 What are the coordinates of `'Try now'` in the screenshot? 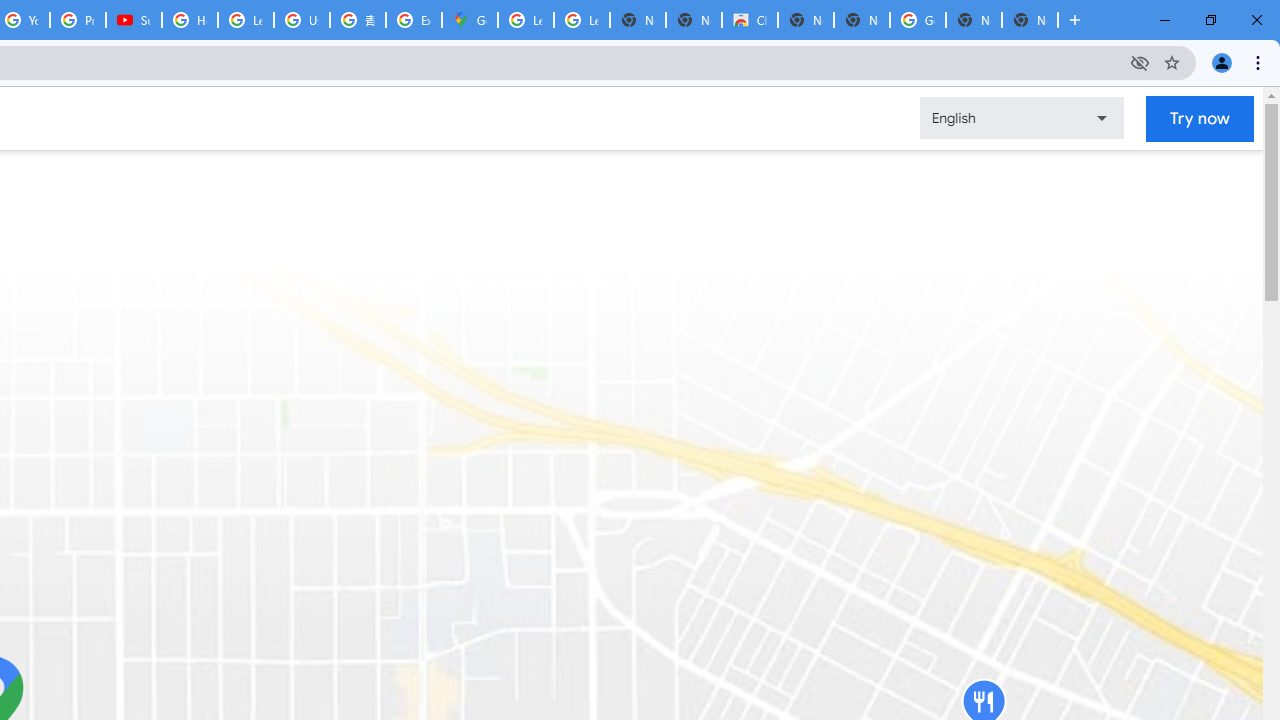 It's located at (1200, 118).